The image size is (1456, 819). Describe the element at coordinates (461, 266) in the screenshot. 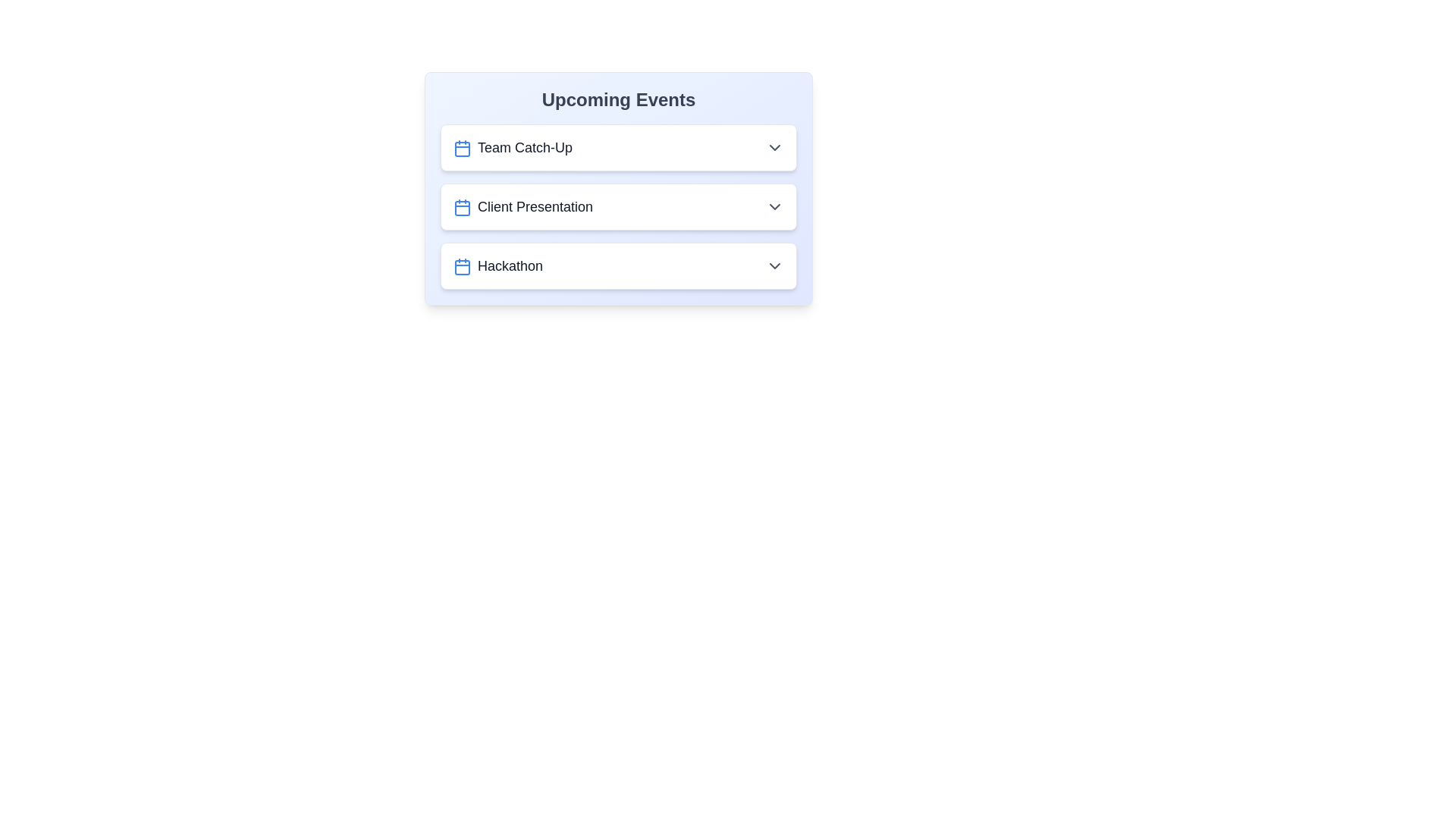

I see `the calendar icon for the event Hackathon` at that location.